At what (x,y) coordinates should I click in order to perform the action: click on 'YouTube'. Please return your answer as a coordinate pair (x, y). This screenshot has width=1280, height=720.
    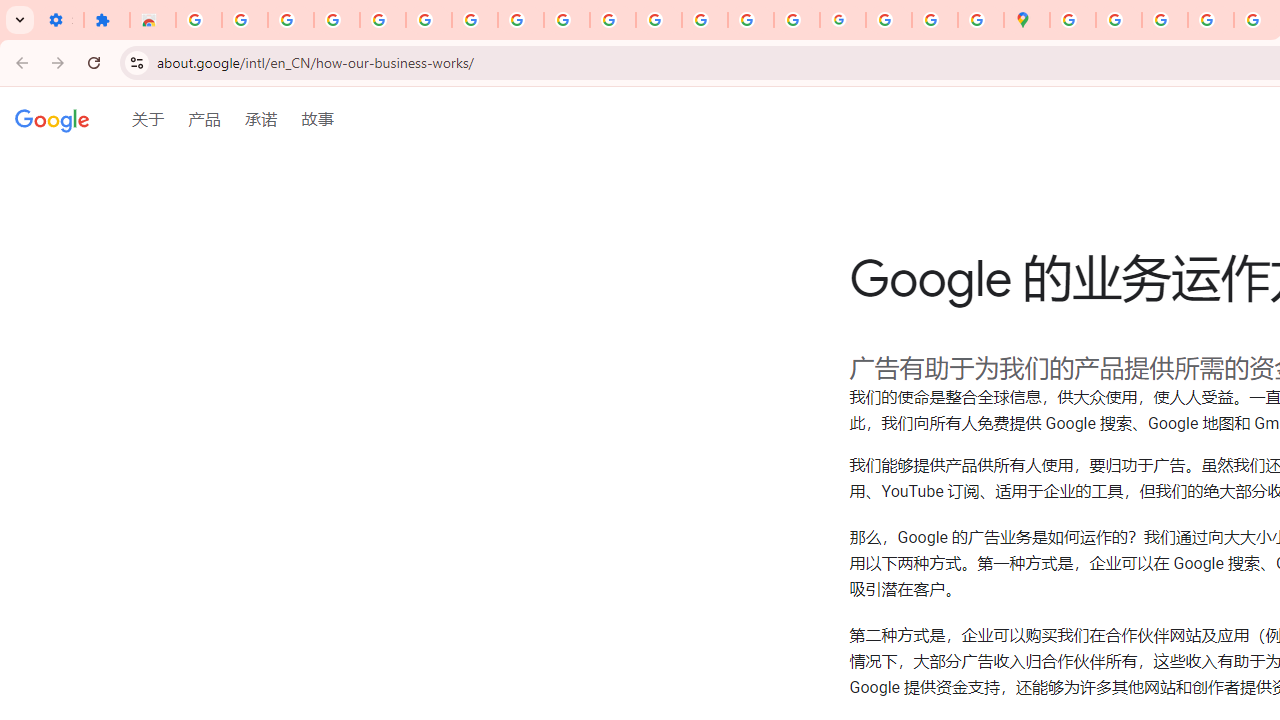
    Looking at the image, I should click on (566, 20).